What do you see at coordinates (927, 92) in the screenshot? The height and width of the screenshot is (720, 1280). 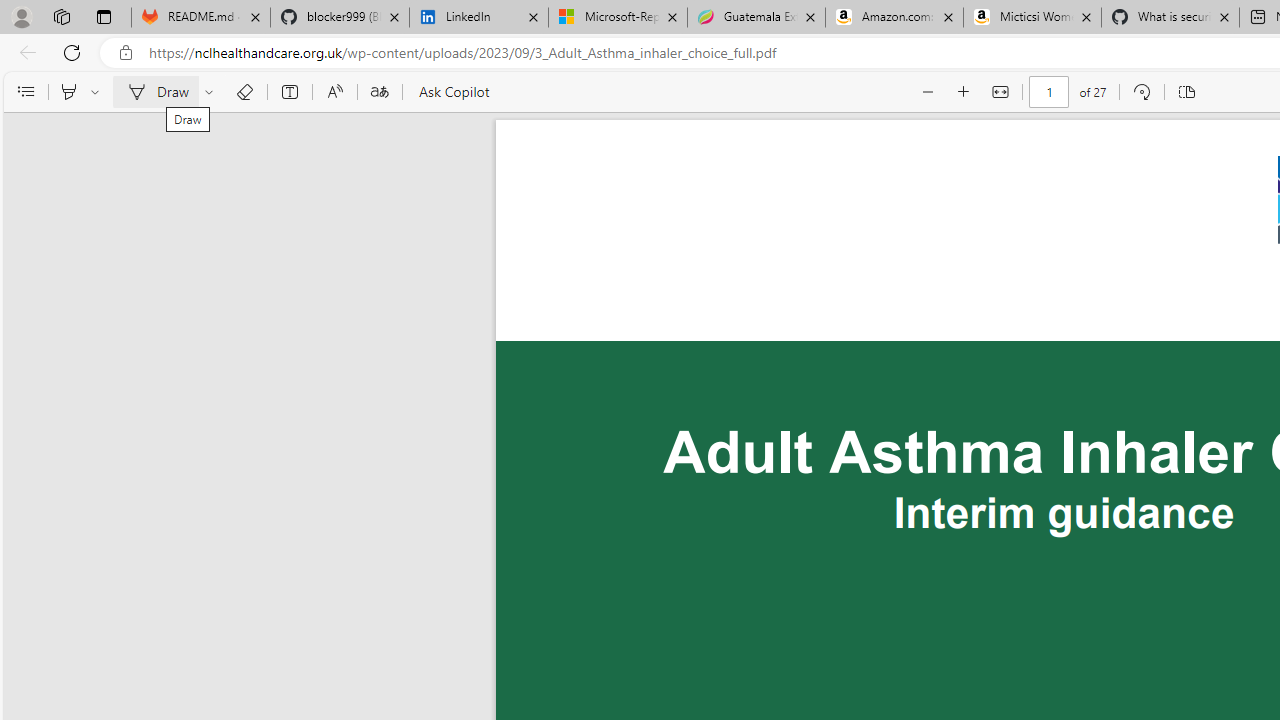 I see `'Zoom out (Ctrl+Minus key)'` at bounding box center [927, 92].